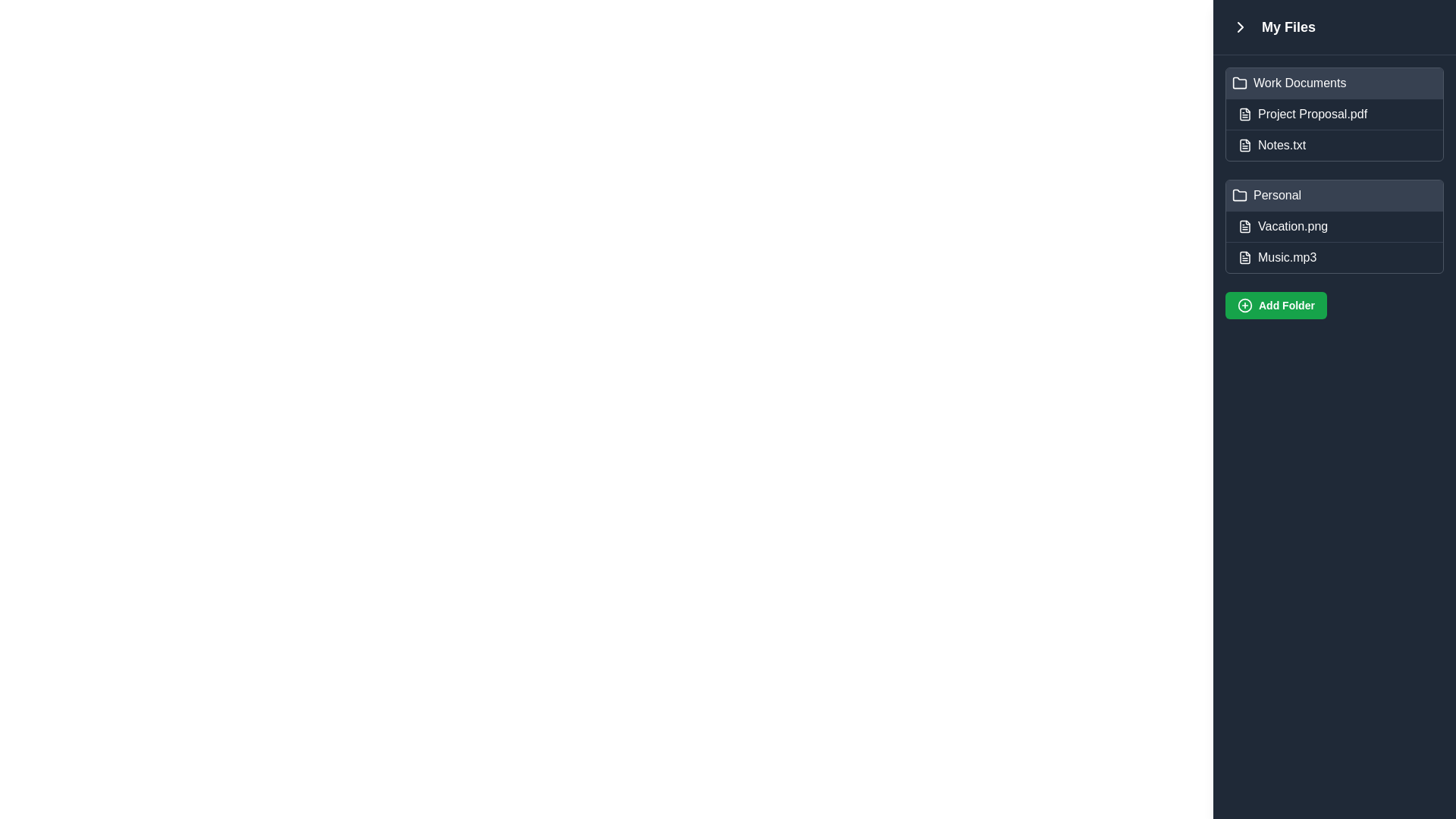  What do you see at coordinates (1292, 227) in the screenshot?
I see `the text label displaying 'Vacation.png'` at bounding box center [1292, 227].